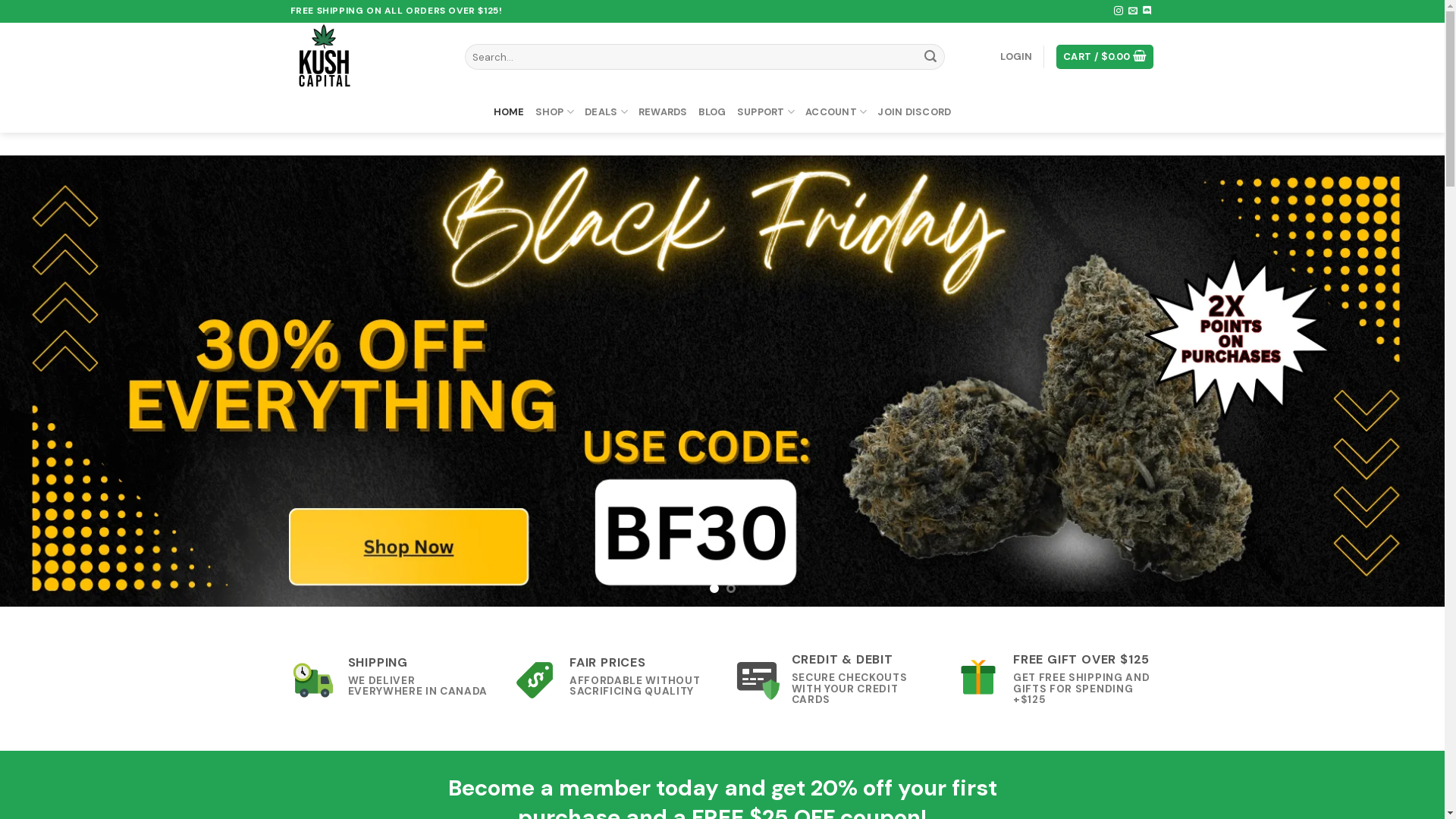 This screenshot has height=819, width=1456. What do you see at coordinates (711, 111) in the screenshot?
I see `'BLOG'` at bounding box center [711, 111].